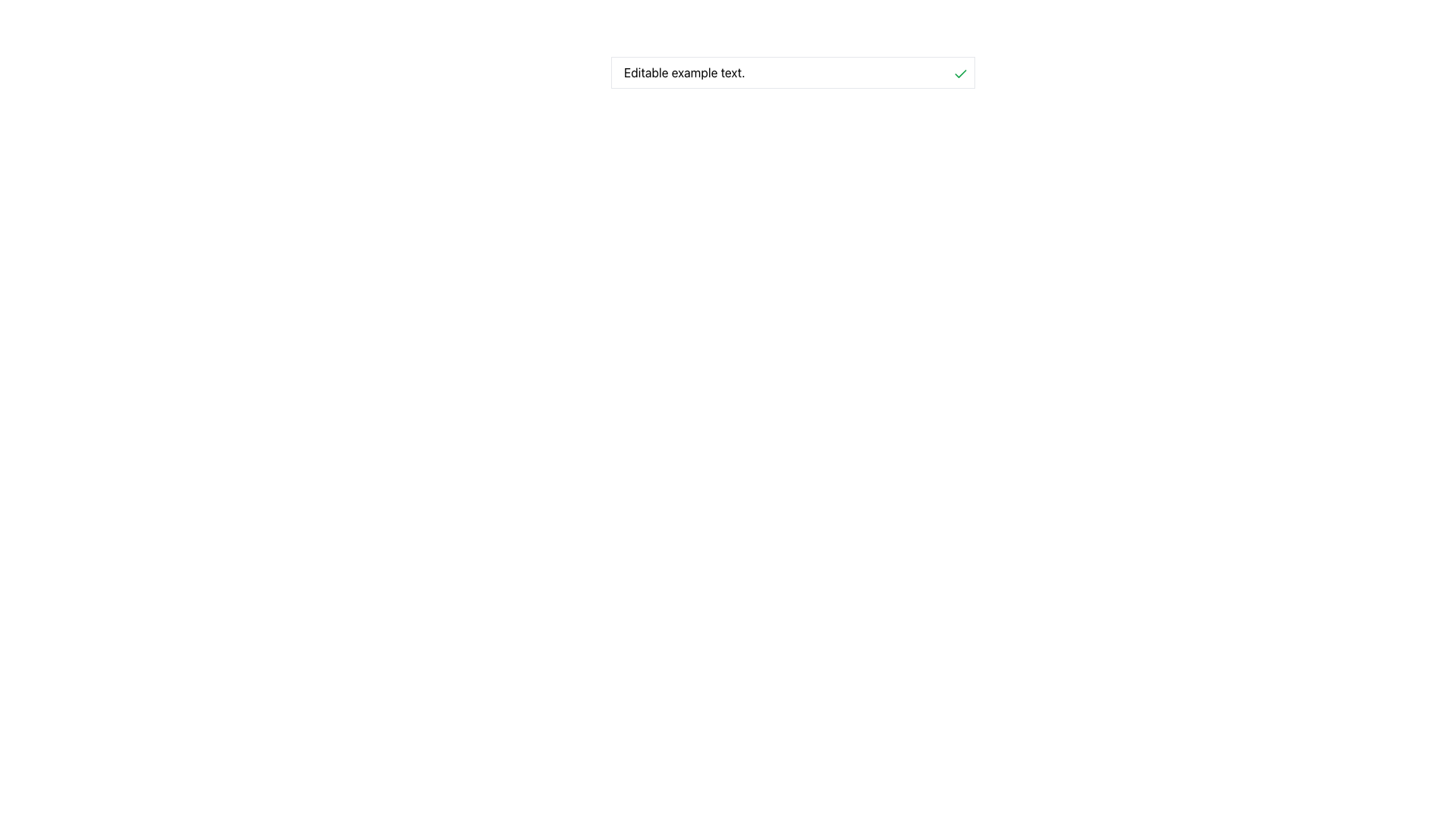 This screenshot has width=1456, height=819. Describe the element at coordinates (960, 73) in the screenshot. I see `the checkmark icon located to the right of the text box containing 'Editable example text' to confirm the correctness of the text` at that location.